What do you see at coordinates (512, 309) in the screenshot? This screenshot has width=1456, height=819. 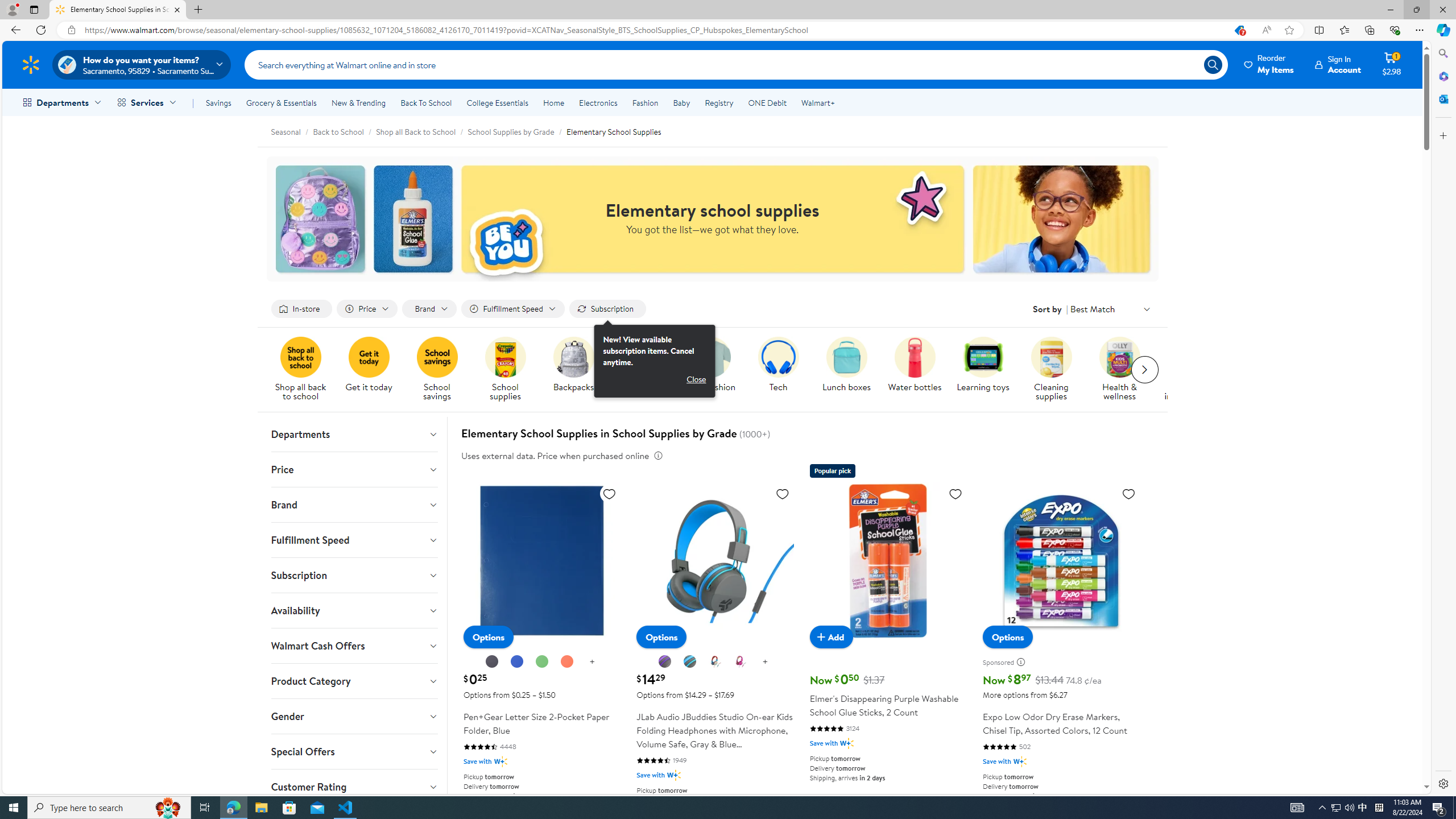 I see `'Filter by Fulfillment Speed not applied, activate to change'` at bounding box center [512, 309].